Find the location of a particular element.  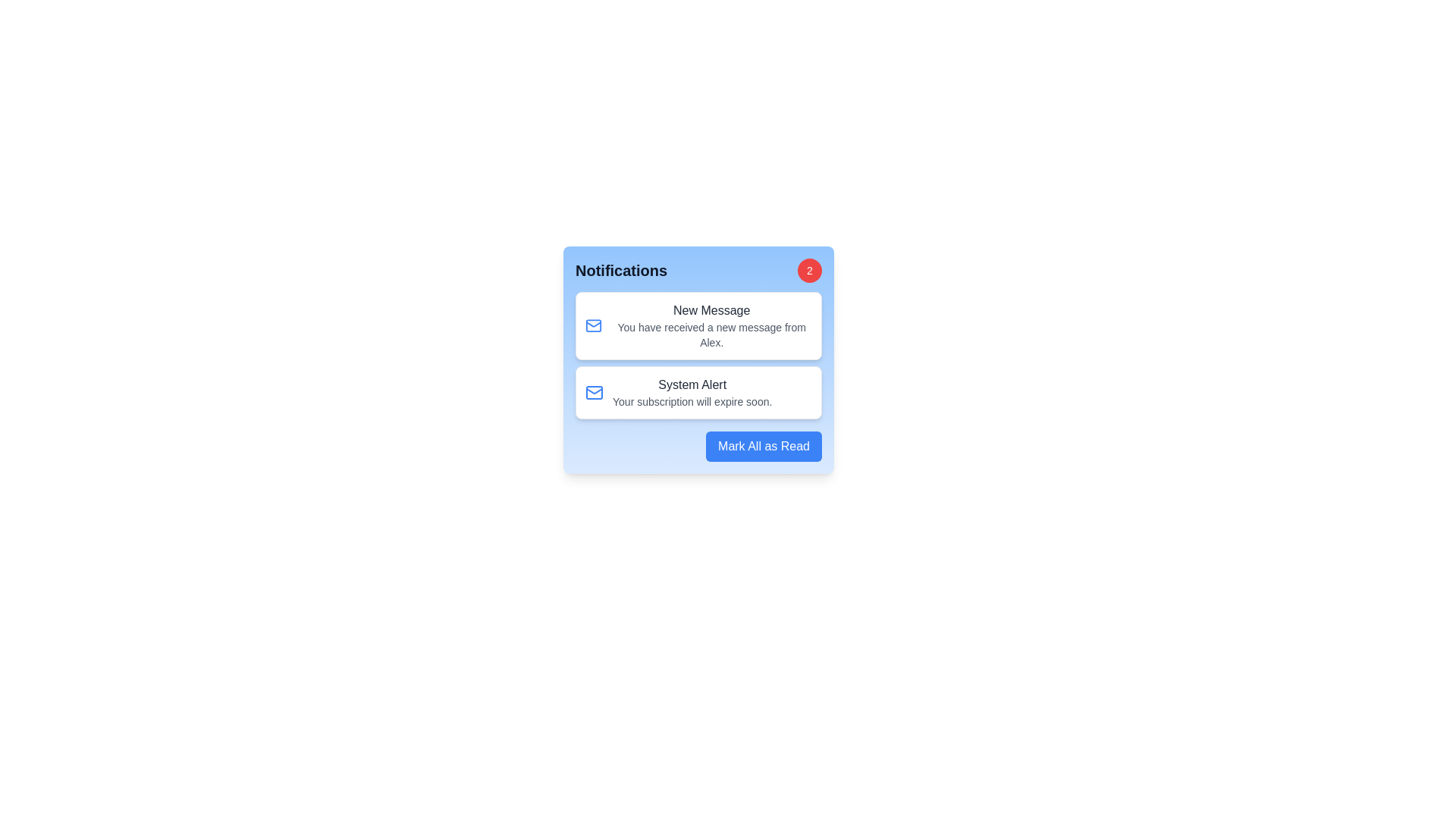

the Notification Card that informs the user about a new message received from Alex, which is the first notification card in the vertical list is located at coordinates (698, 325).